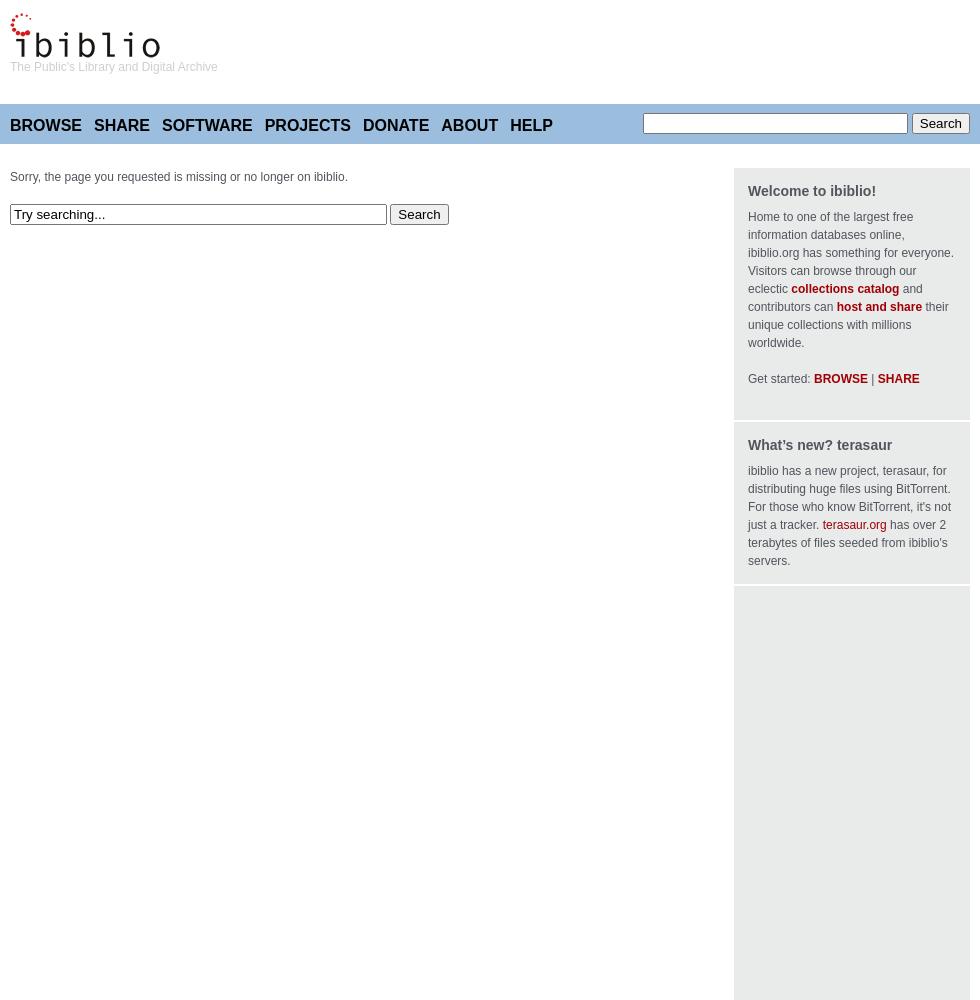  I want to click on 'collections catalog', so click(844, 289).